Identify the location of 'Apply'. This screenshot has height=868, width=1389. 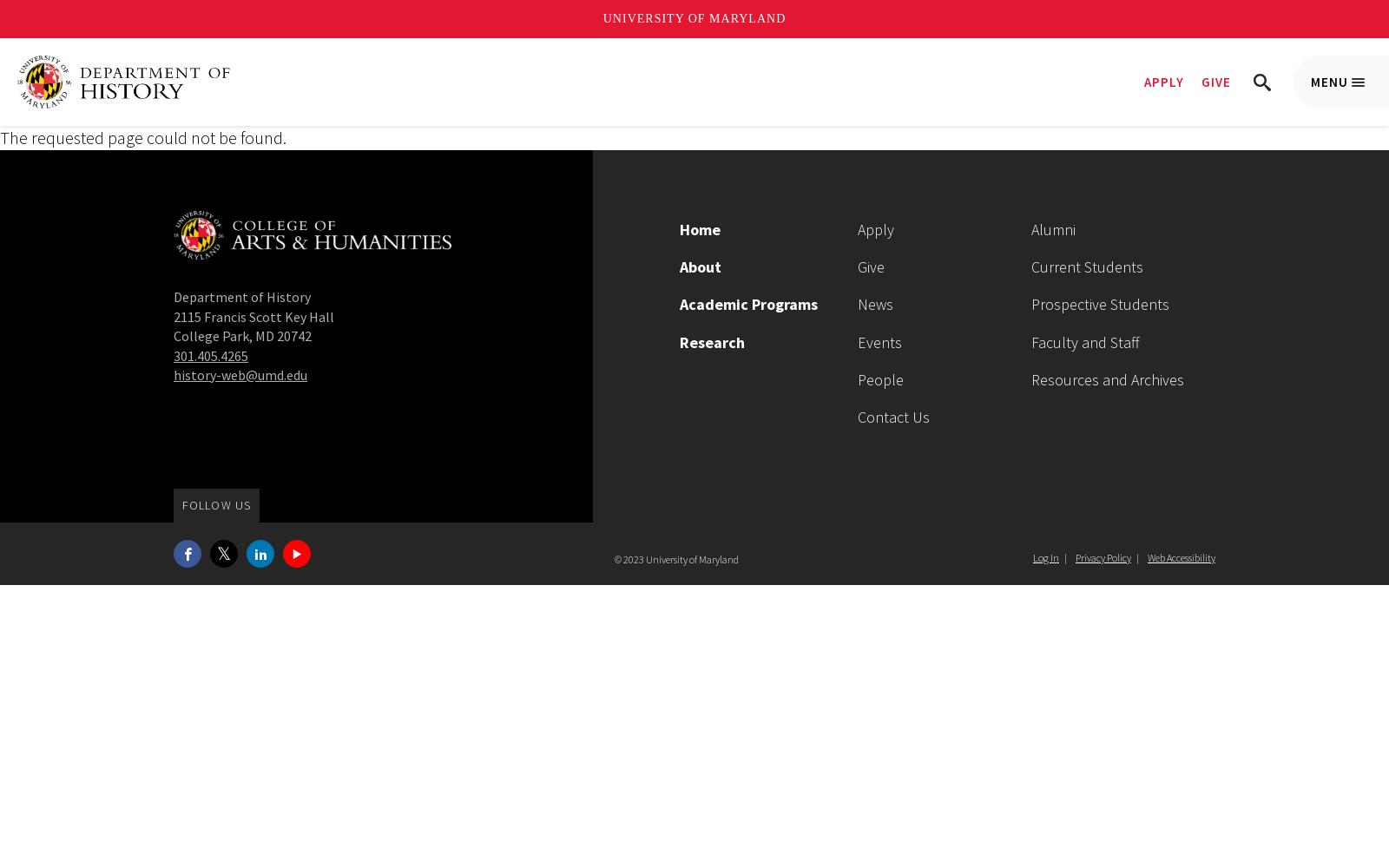
(875, 229).